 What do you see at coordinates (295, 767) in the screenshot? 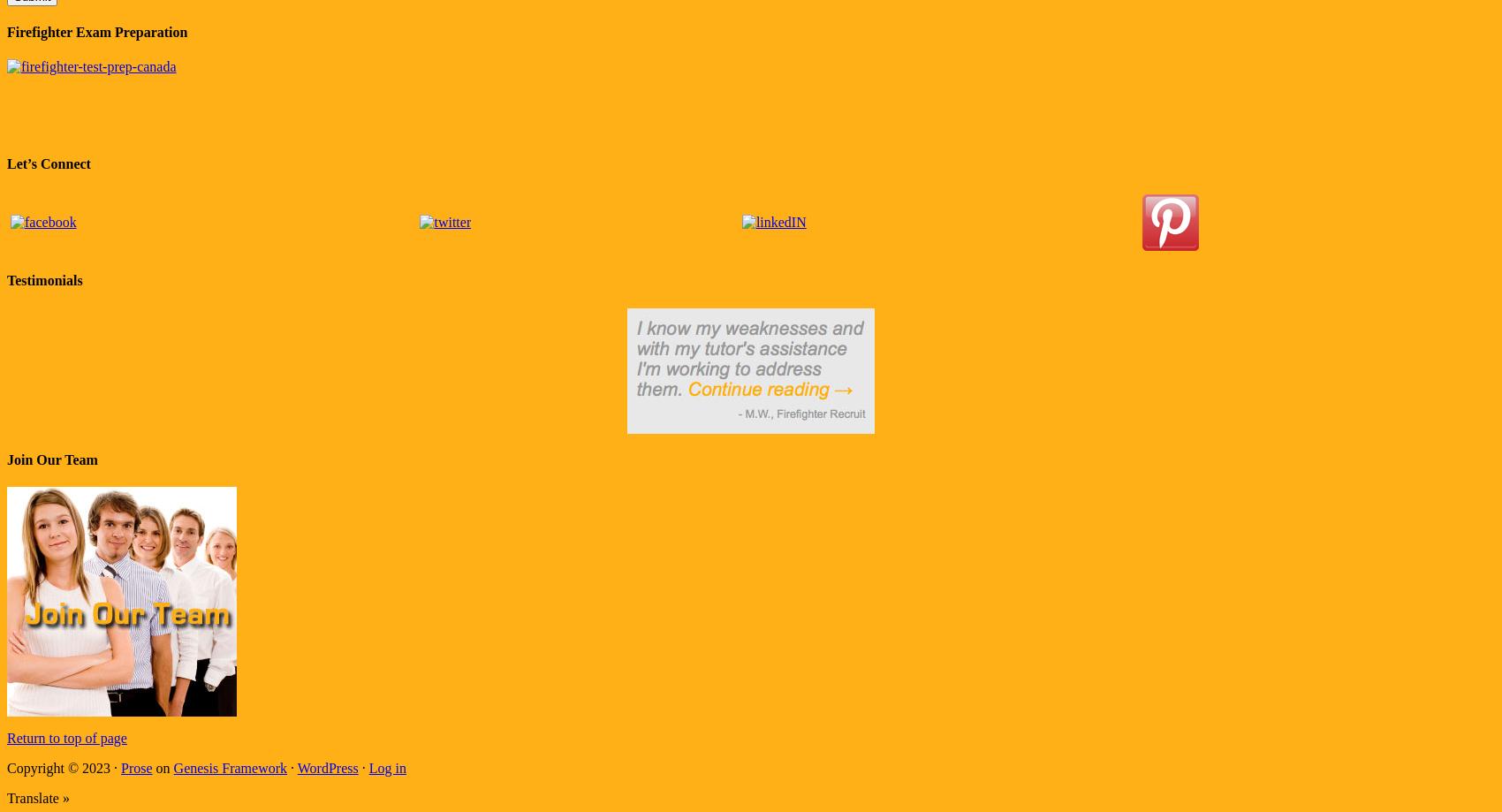
I see `'WordPress'` at bounding box center [295, 767].